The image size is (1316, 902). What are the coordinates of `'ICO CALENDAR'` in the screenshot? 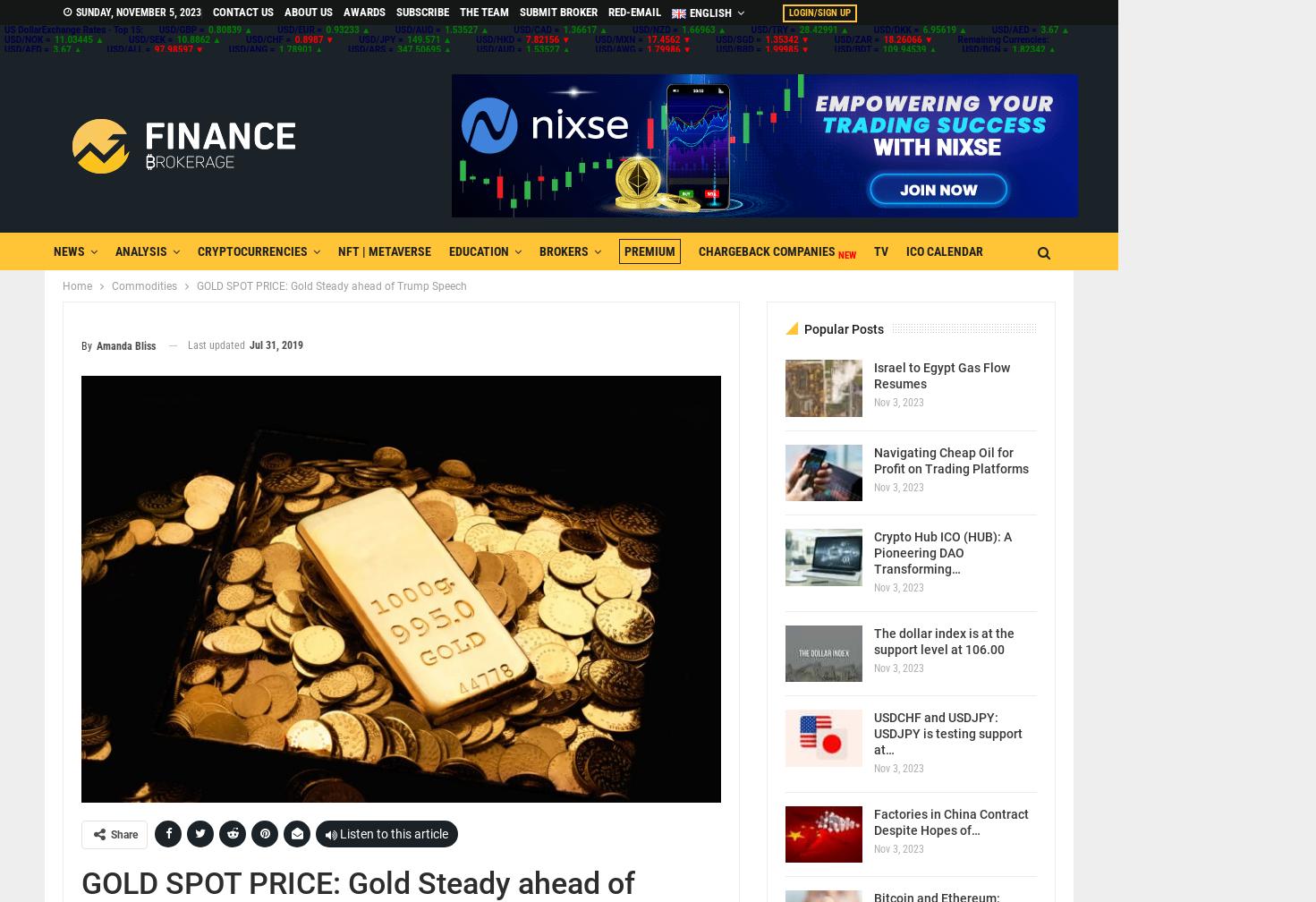 It's located at (945, 251).